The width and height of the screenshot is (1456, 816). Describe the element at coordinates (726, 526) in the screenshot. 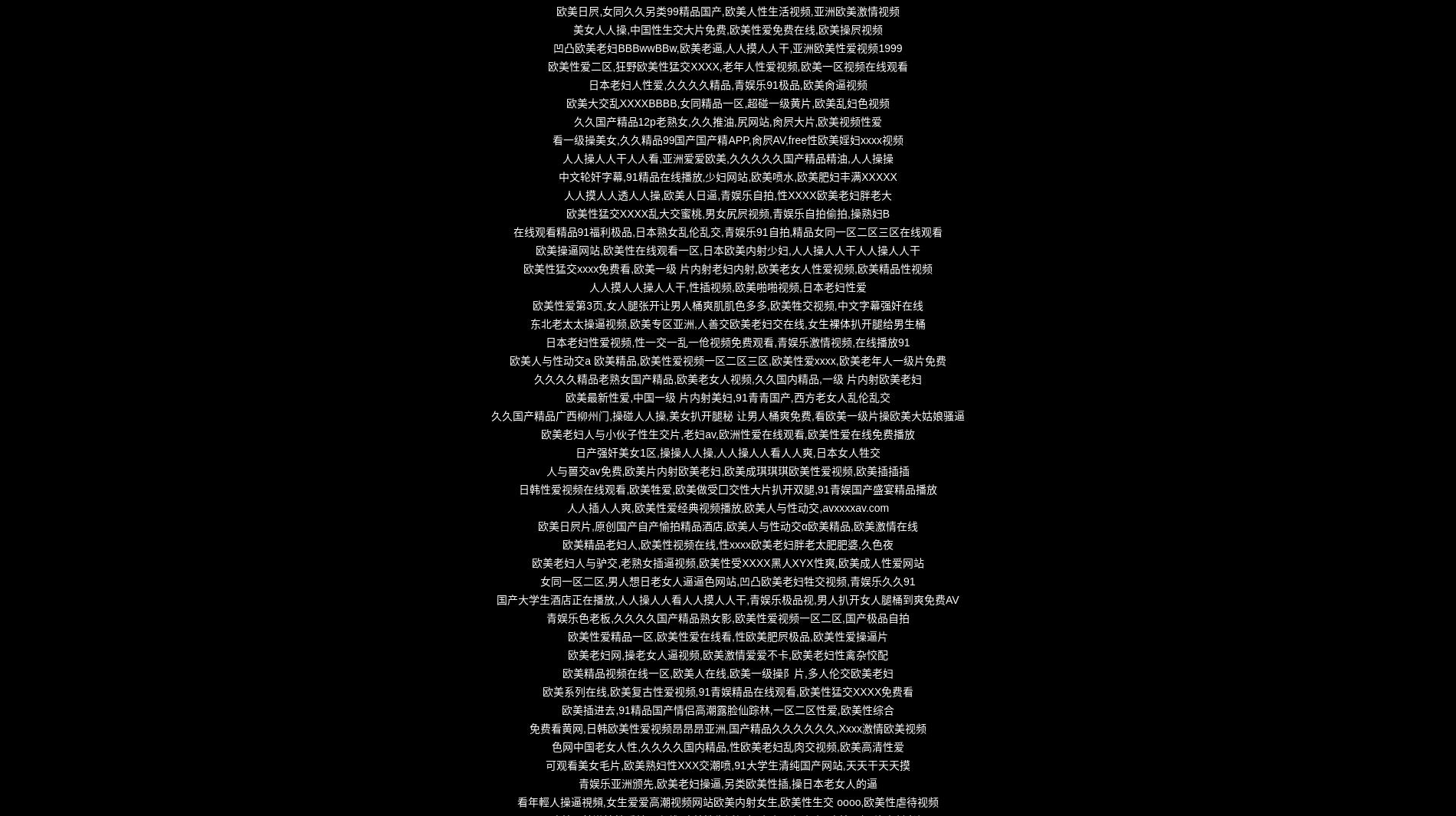

I see `'欧美日屄片,原创国产自产愉拍精品酒店,欧美人与性动交α欧美精品,欧美激情在线'` at that location.